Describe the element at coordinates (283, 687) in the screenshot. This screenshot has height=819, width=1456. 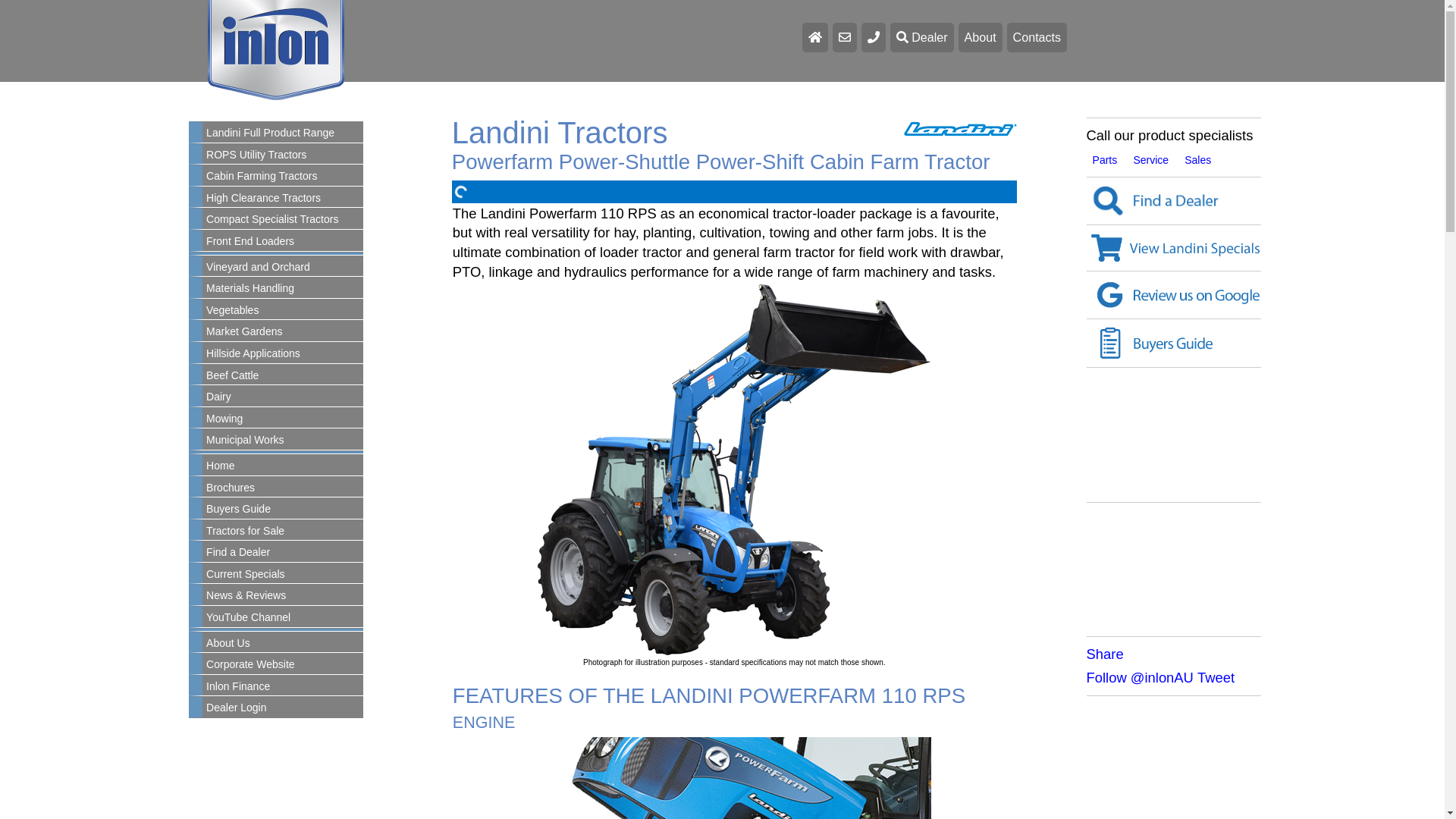
I see `'Inlon Finance'` at that location.